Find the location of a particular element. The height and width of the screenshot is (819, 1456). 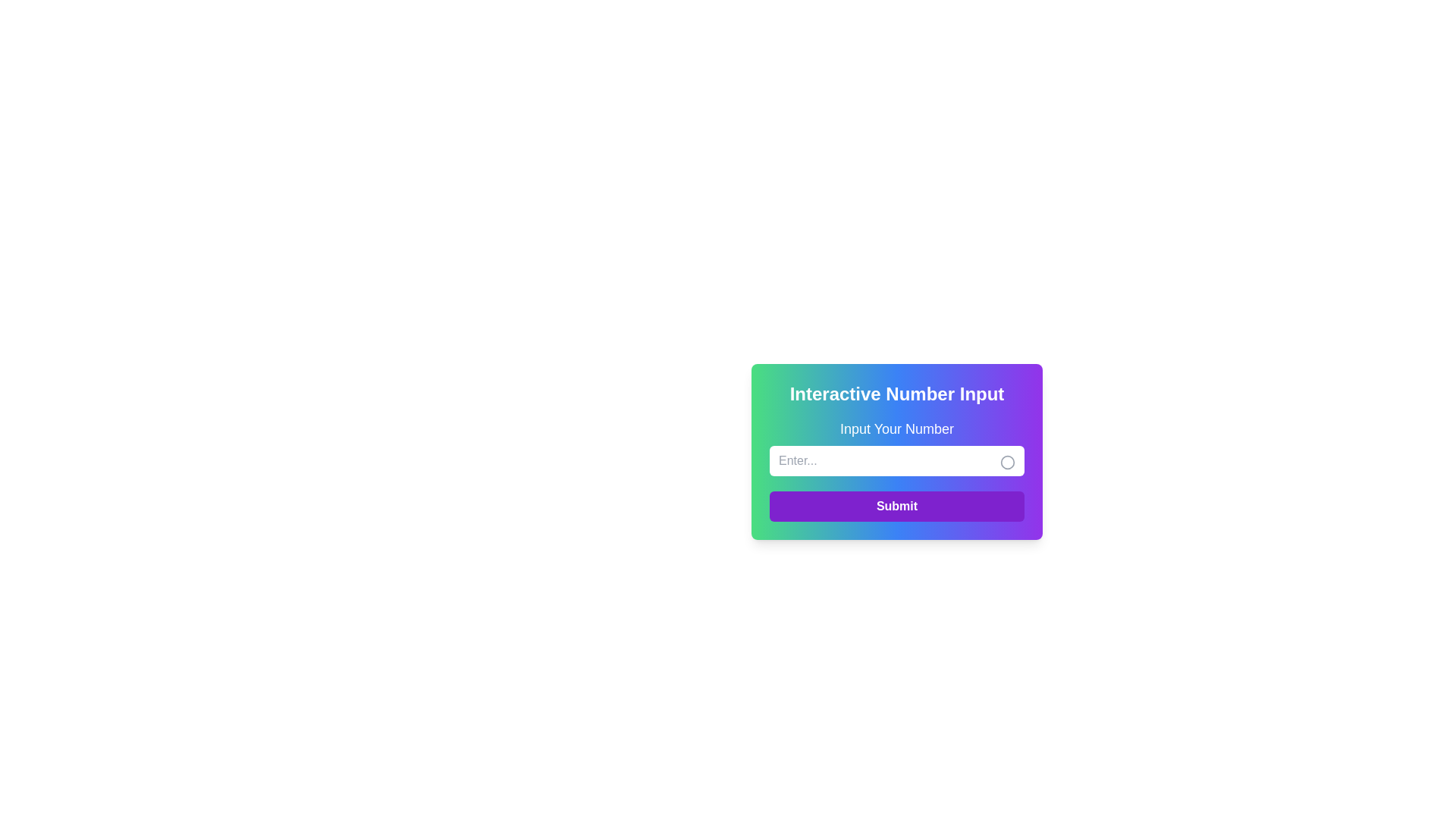

the submit button located at the bottom center of the gradient card is located at coordinates (896, 506).